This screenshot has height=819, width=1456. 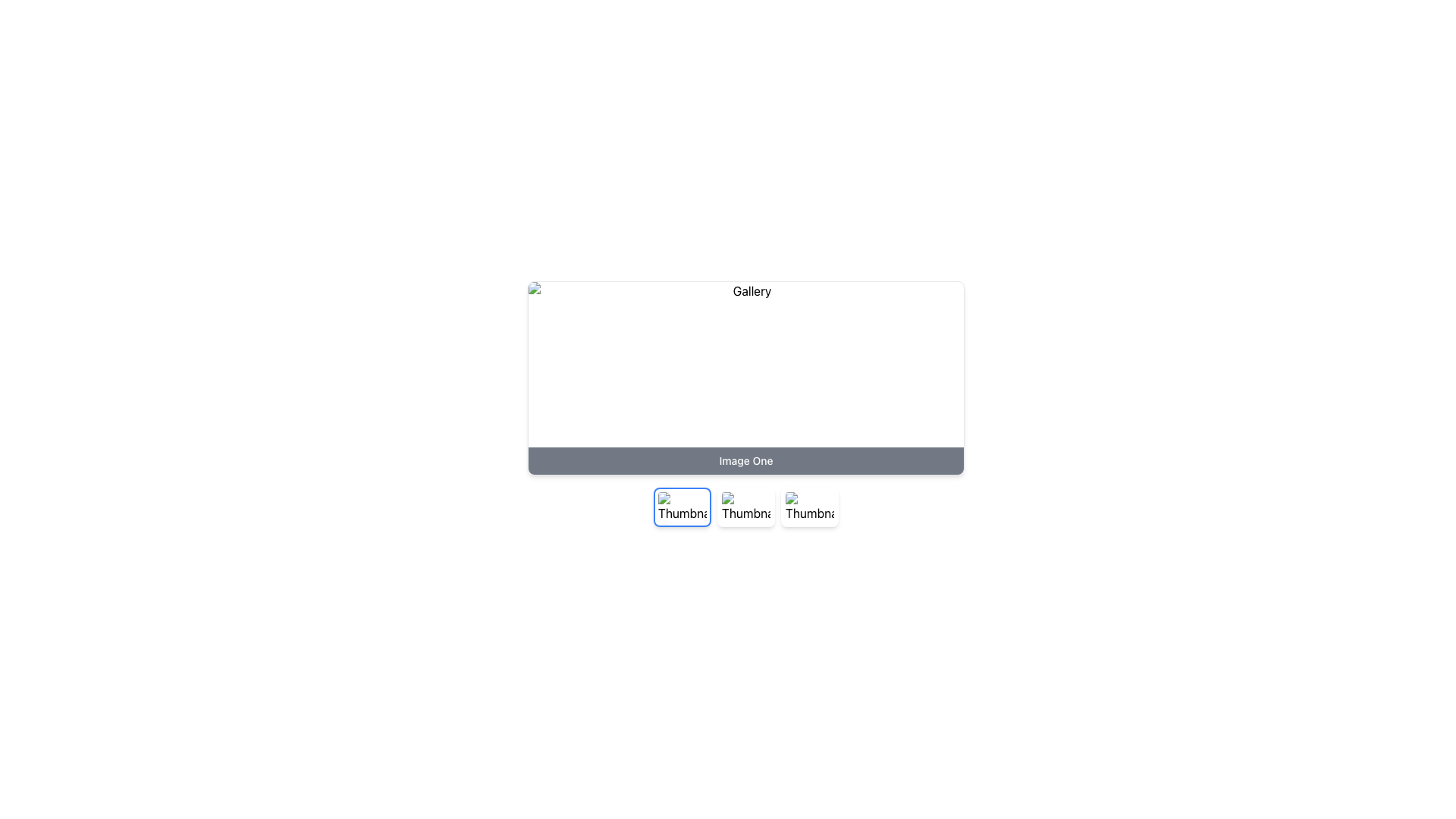 I want to click on the third interactive thumbnail located at the bottom center of the interface below the main image and the label 'Image One', so click(x=809, y=507).